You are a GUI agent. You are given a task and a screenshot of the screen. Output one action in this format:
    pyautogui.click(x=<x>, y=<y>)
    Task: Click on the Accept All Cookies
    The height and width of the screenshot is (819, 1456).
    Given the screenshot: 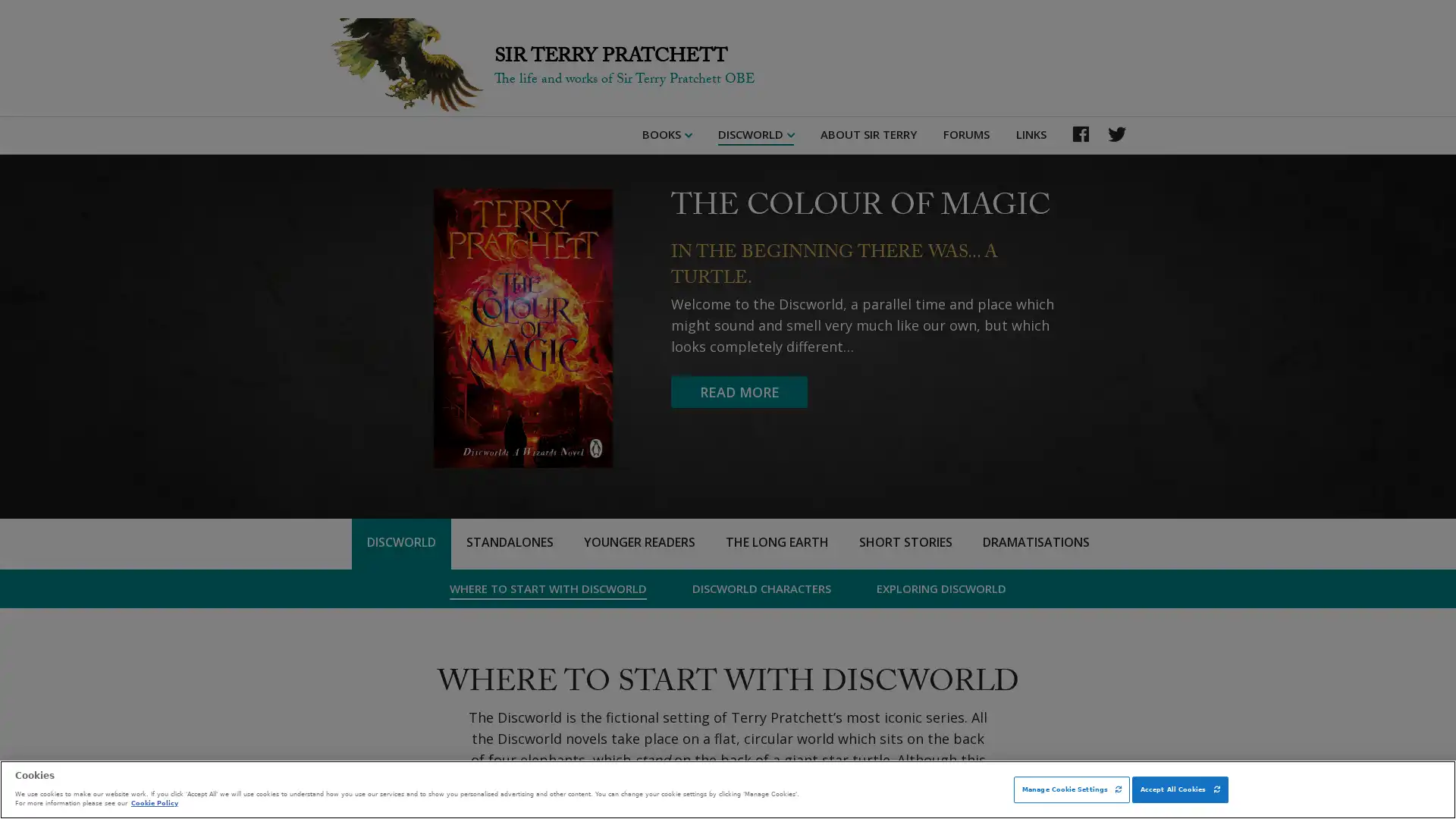 What is the action you would take?
    pyautogui.click(x=1178, y=789)
    